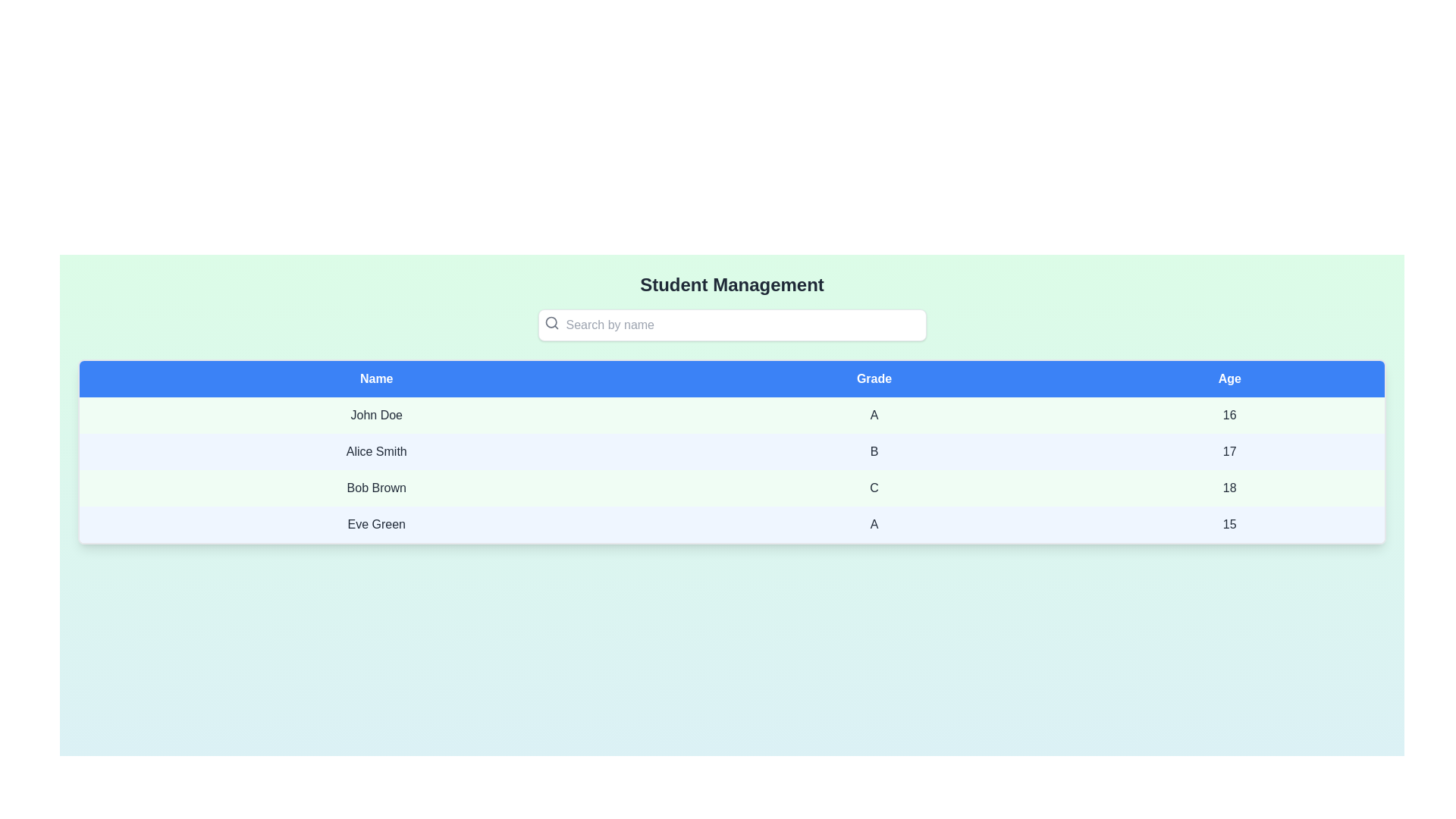 This screenshot has height=819, width=1456. What do you see at coordinates (376, 415) in the screenshot?
I see `the Static Text element displaying 'John Doe' in the first column of the first row of the data table` at bounding box center [376, 415].